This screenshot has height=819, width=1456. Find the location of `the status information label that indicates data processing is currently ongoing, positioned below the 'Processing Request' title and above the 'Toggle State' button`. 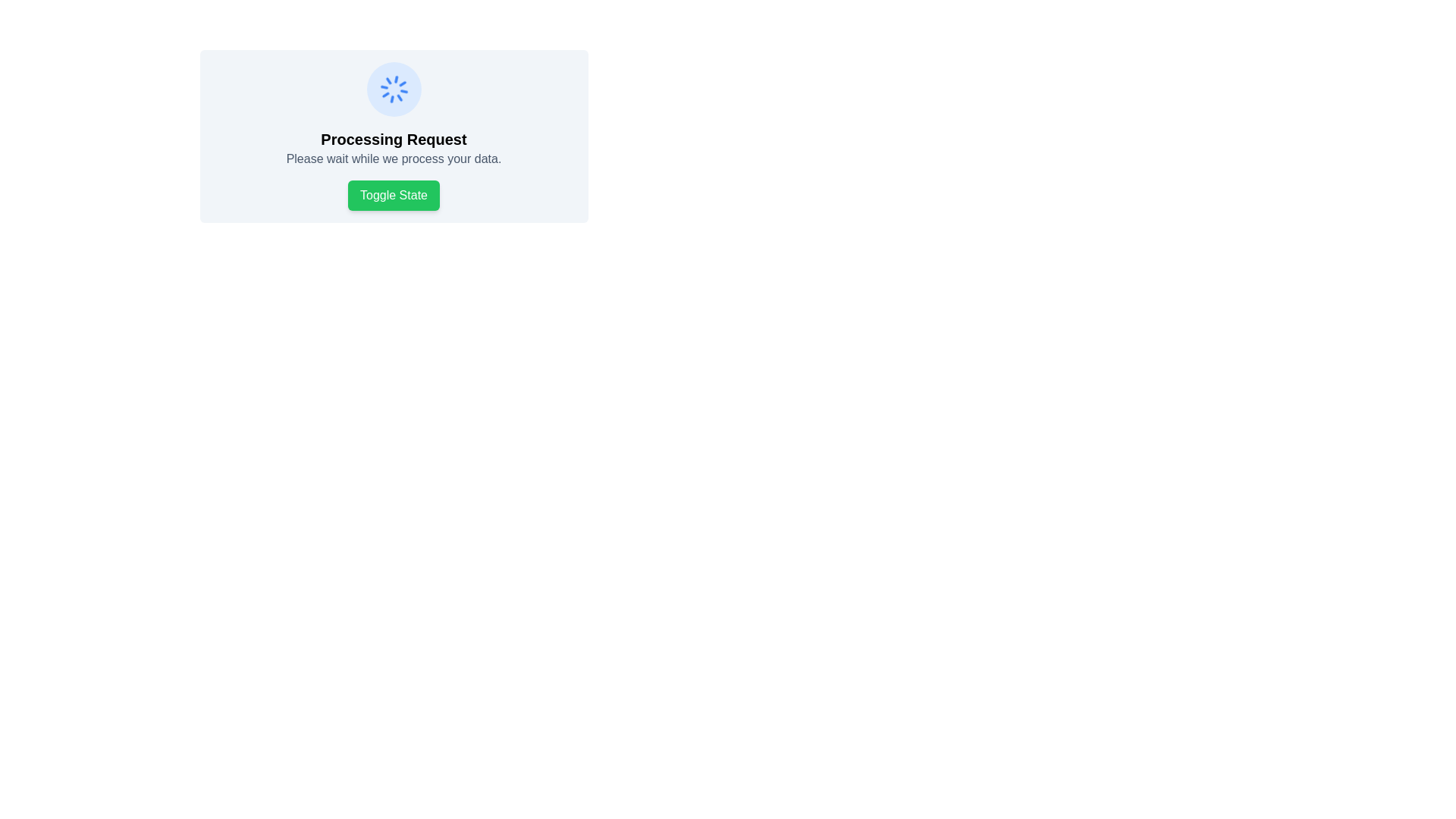

the status information label that indicates data processing is currently ongoing, positioned below the 'Processing Request' title and above the 'Toggle State' button is located at coordinates (394, 158).